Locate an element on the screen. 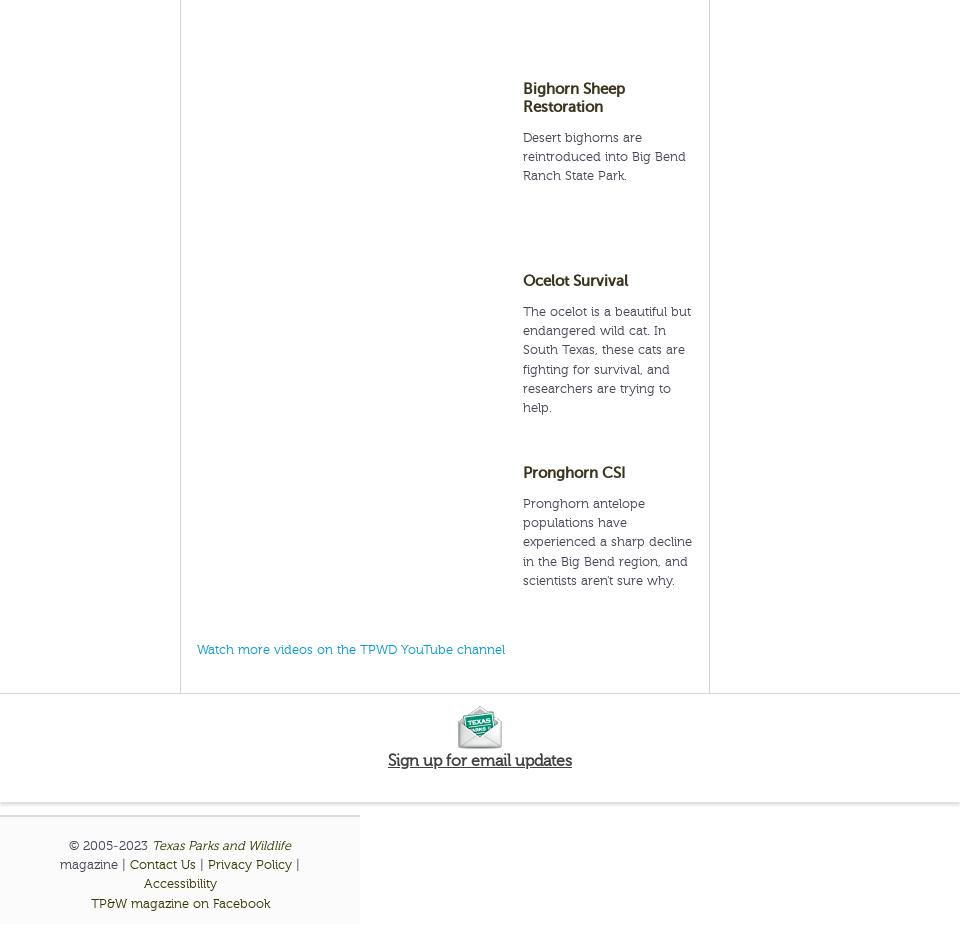 The width and height of the screenshot is (960, 938). 'Pronghorn antelope populations have experienced a sharp decline in the Big Bend region, and scientists aren't sure why.' is located at coordinates (606, 541).